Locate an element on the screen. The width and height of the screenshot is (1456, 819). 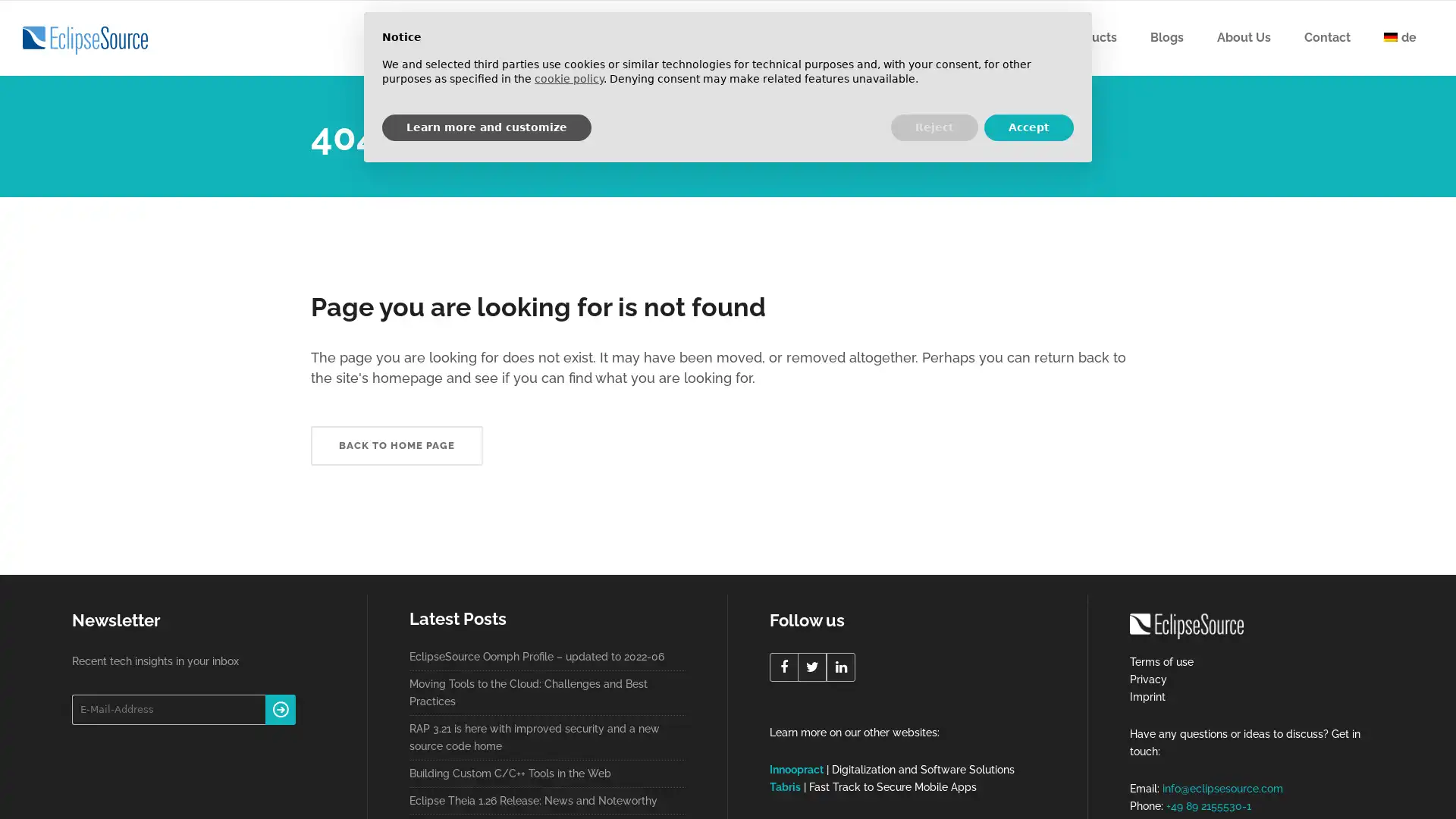
Reject is located at coordinates (934, 127).